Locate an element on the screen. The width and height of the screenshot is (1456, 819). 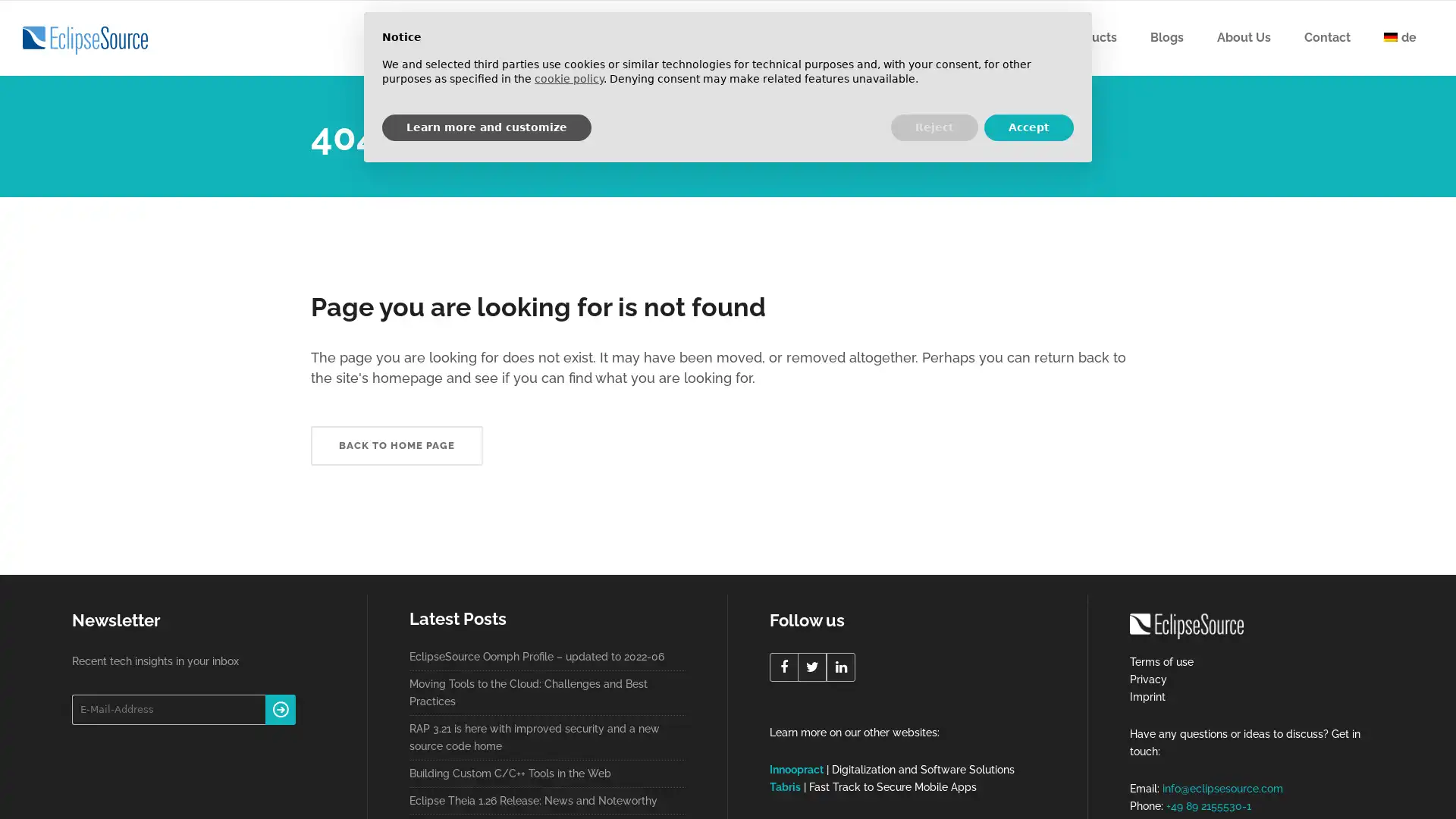
Reject is located at coordinates (934, 127).